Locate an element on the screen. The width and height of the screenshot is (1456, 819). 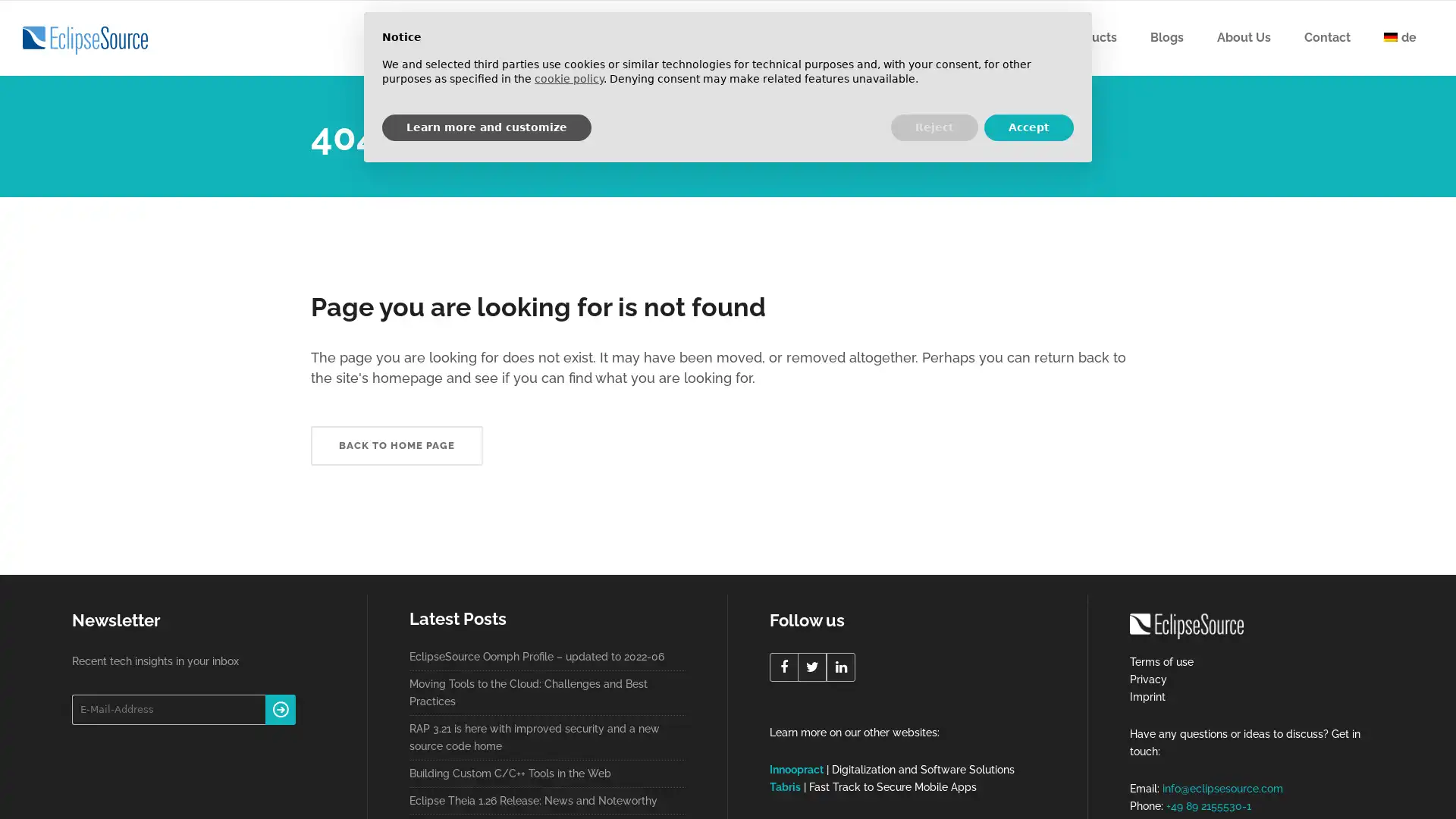
Reject is located at coordinates (934, 127).